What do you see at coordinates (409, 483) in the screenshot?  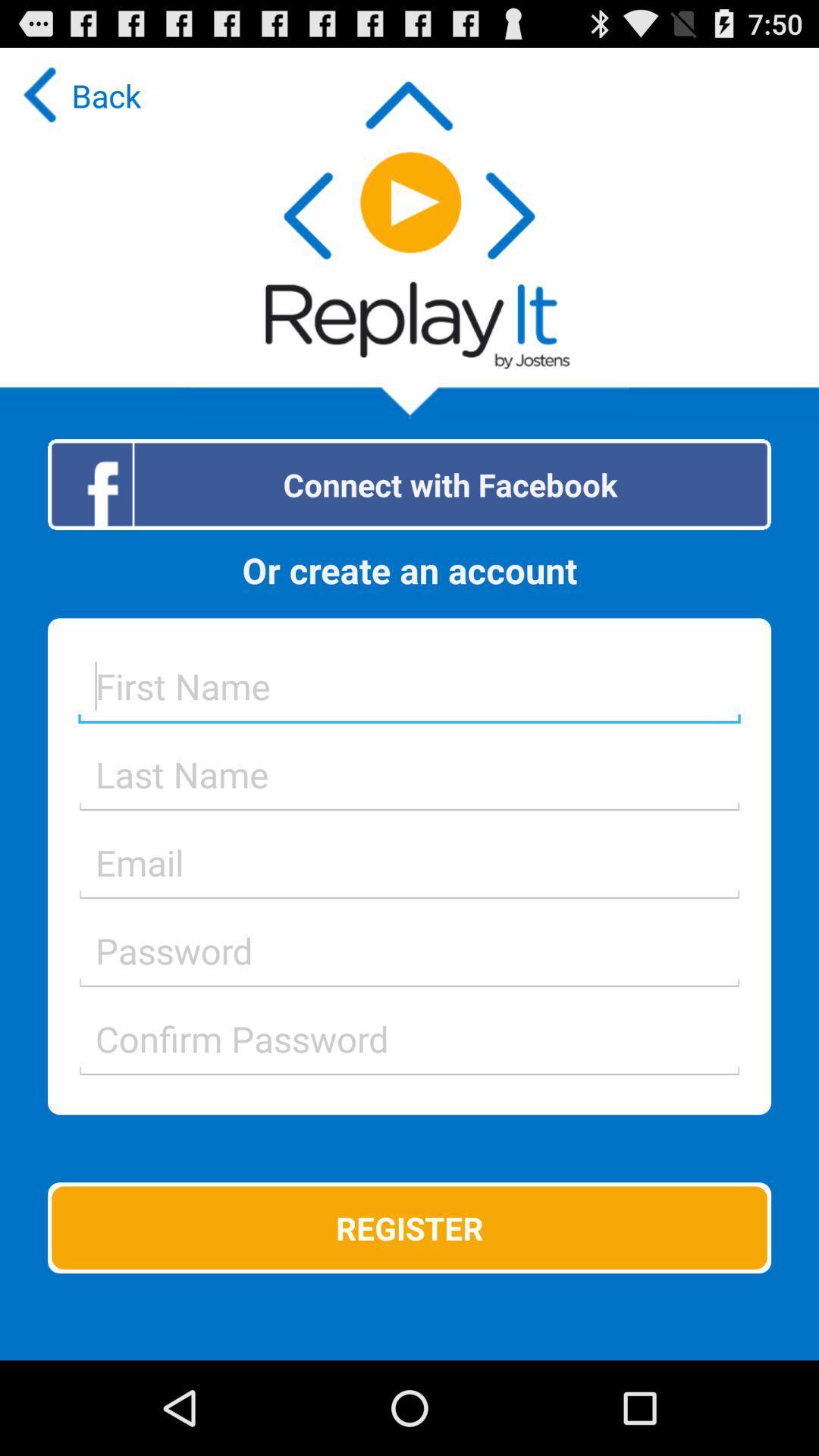 I see `the item above the or create an icon` at bounding box center [409, 483].